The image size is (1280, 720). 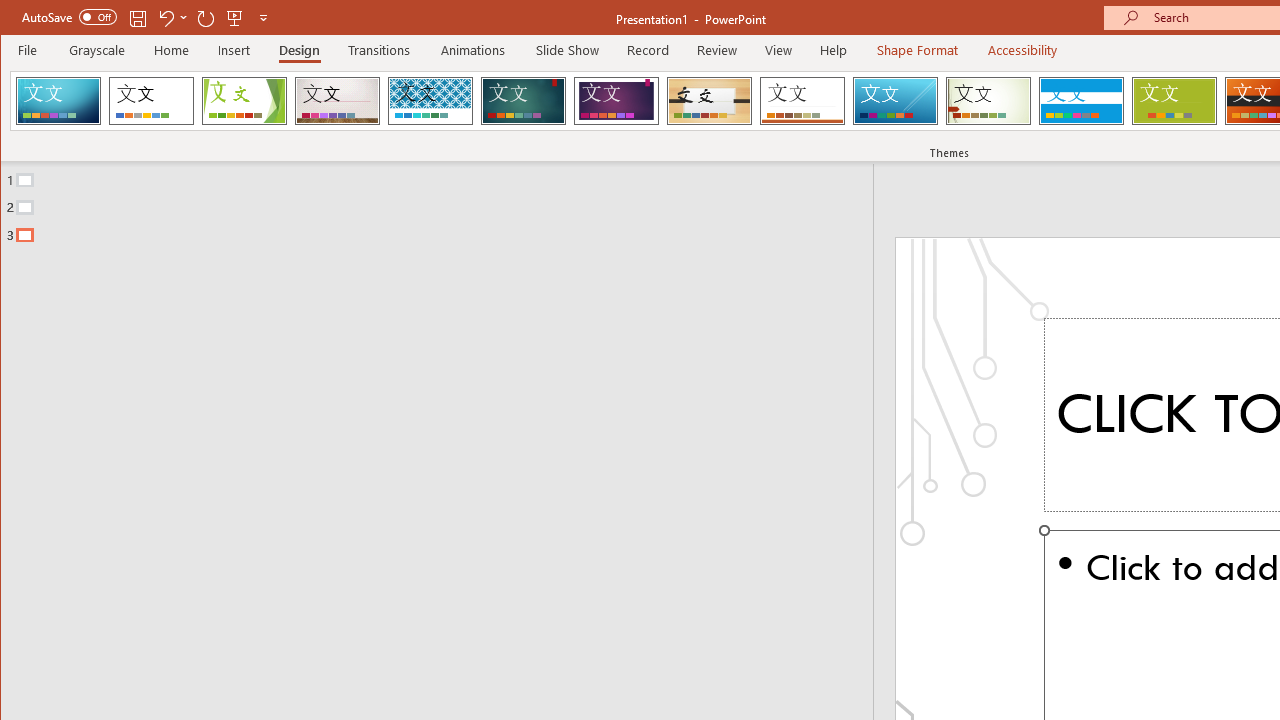 What do you see at coordinates (1174, 100) in the screenshot?
I see `'Basis'` at bounding box center [1174, 100].